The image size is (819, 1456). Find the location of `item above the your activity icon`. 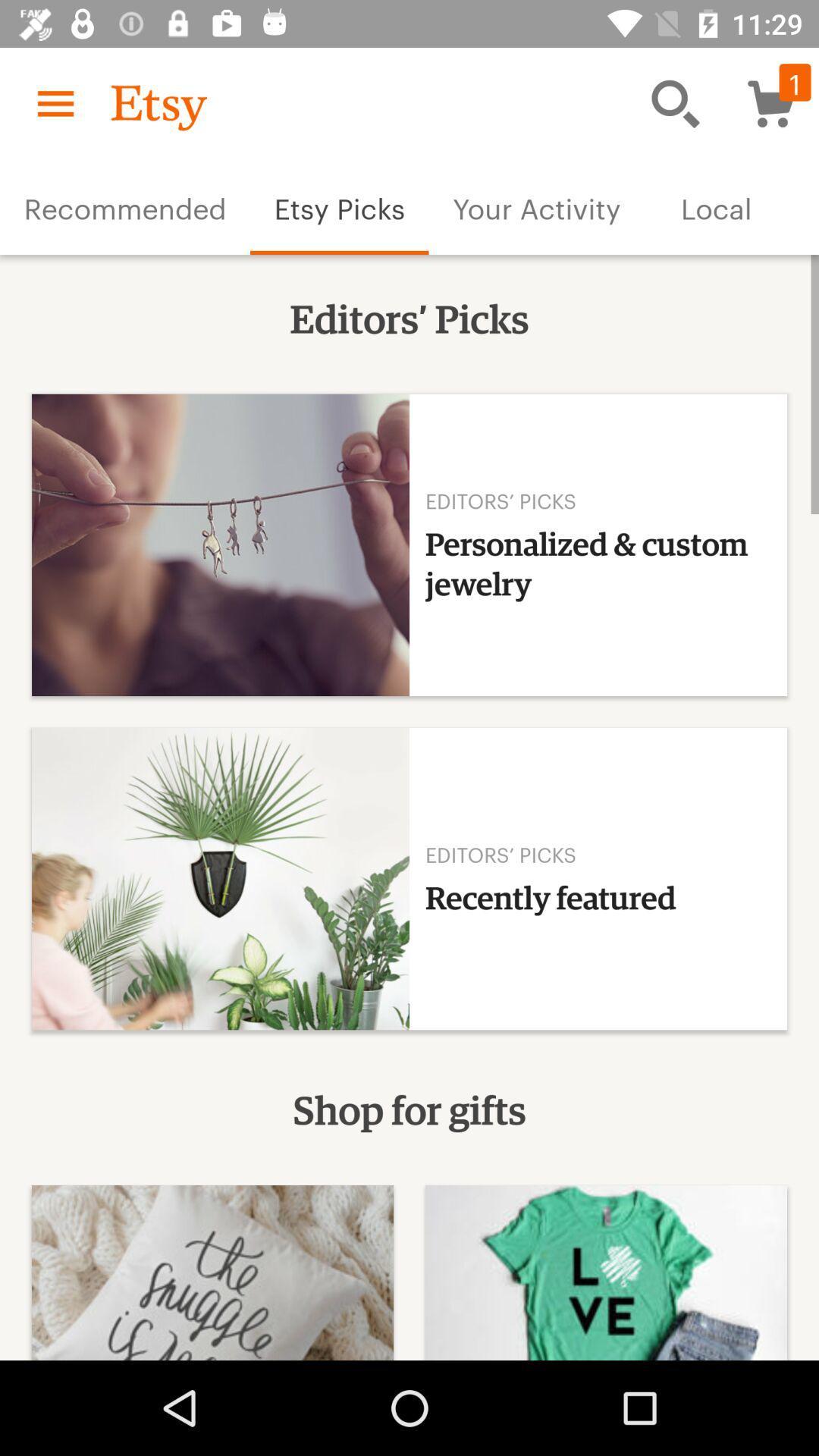

item above the your activity icon is located at coordinates (675, 102).